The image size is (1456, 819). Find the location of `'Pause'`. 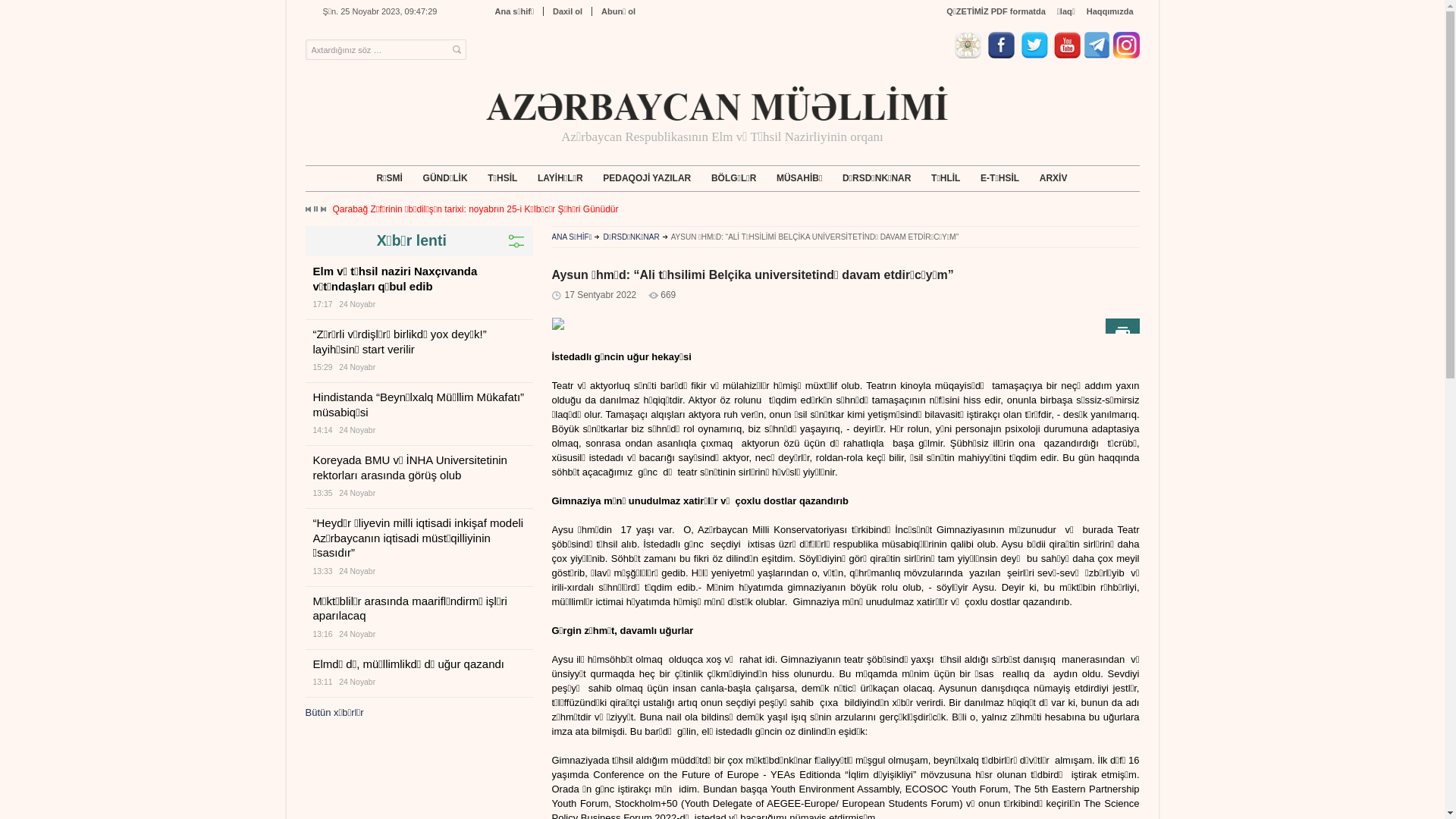

'Pause' is located at coordinates (315, 209).